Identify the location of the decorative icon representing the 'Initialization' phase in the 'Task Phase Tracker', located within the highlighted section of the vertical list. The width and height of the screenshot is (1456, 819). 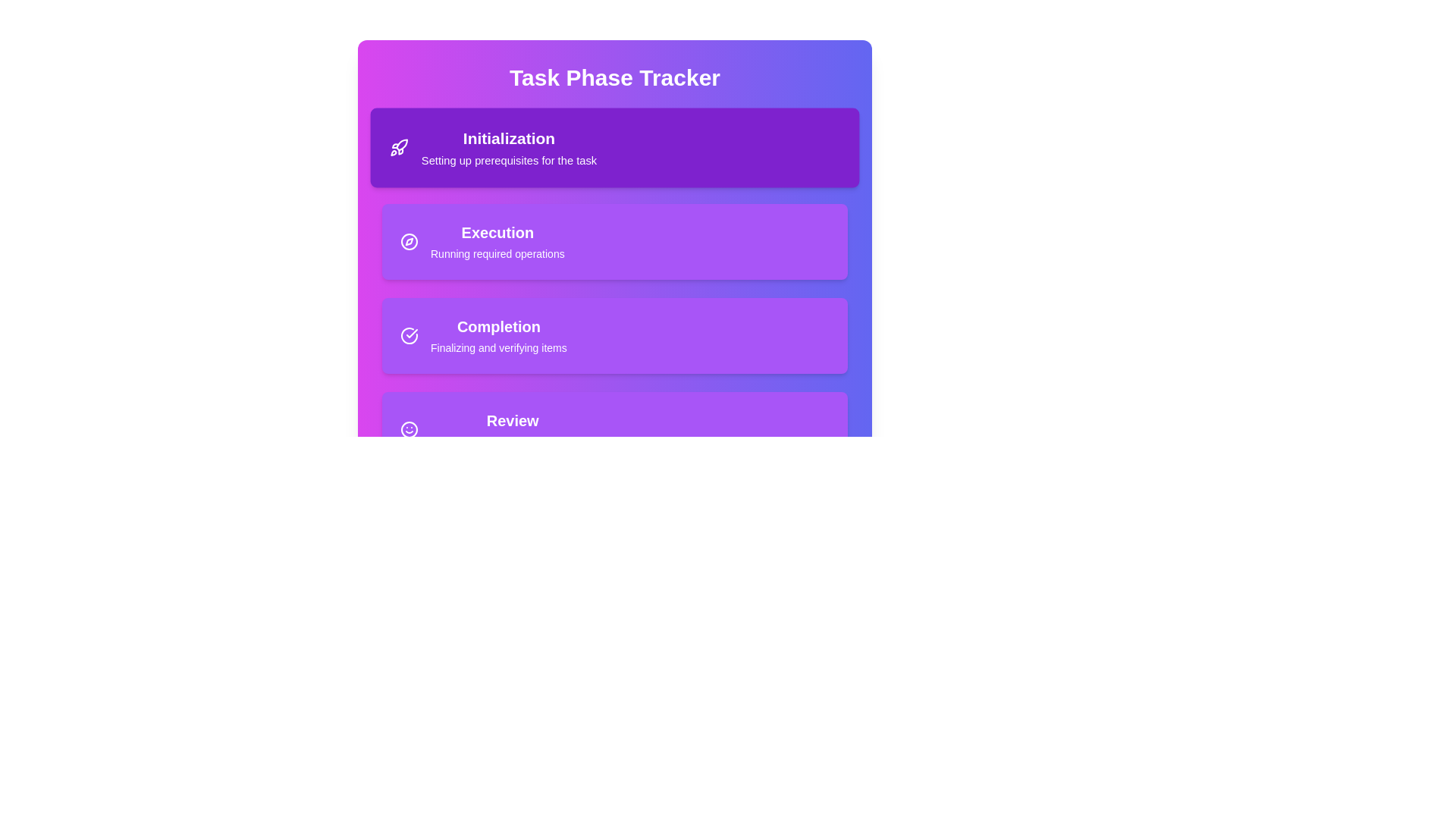
(402, 145).